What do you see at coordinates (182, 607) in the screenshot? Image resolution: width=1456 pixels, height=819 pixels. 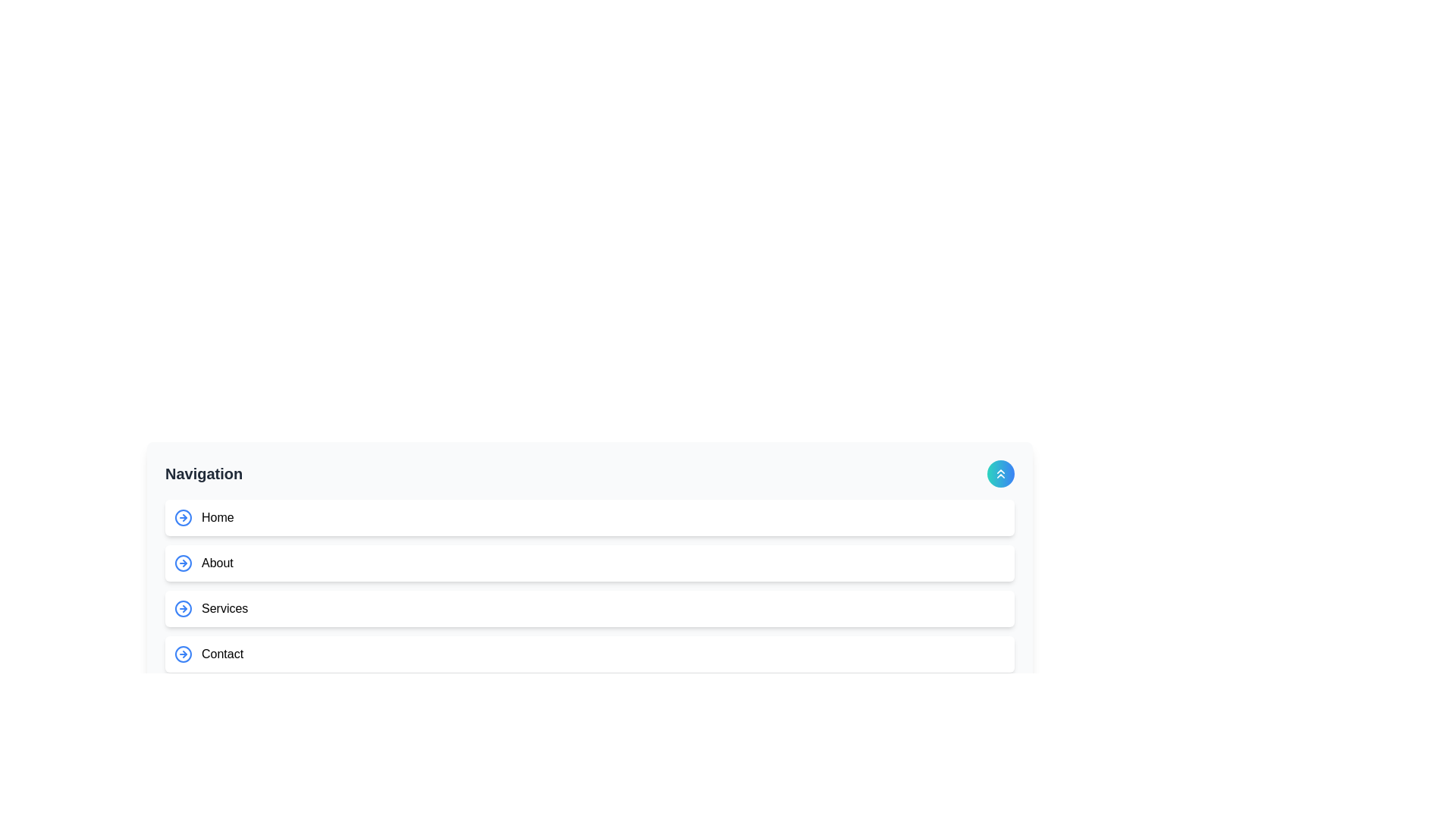 I see `the navigational icon that indicates the 'Services' item in the vertical navigation menu` at bounding box center [182, 607].